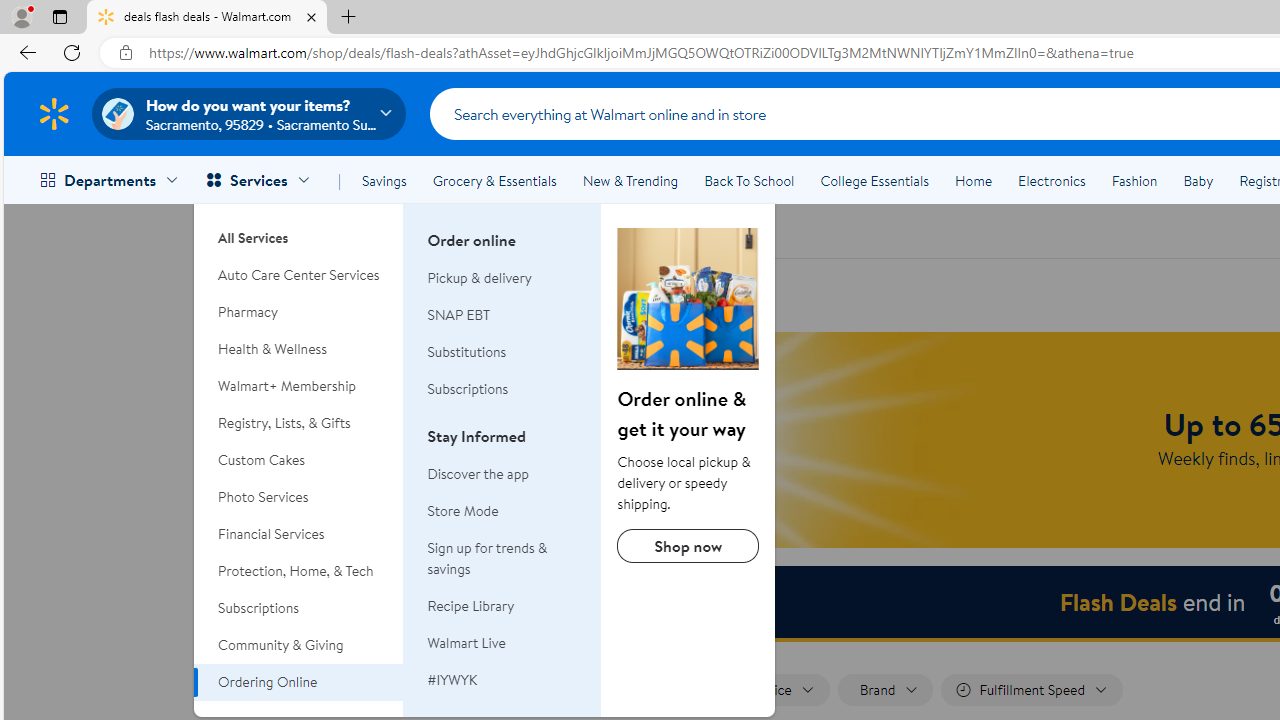 This screenshot has height=720, width=1280. What do you see at coordinates (884, 689) in the screenshot?
I see `'Filter by Brand not applied, activate to change'` at bounding box center [884, 689].